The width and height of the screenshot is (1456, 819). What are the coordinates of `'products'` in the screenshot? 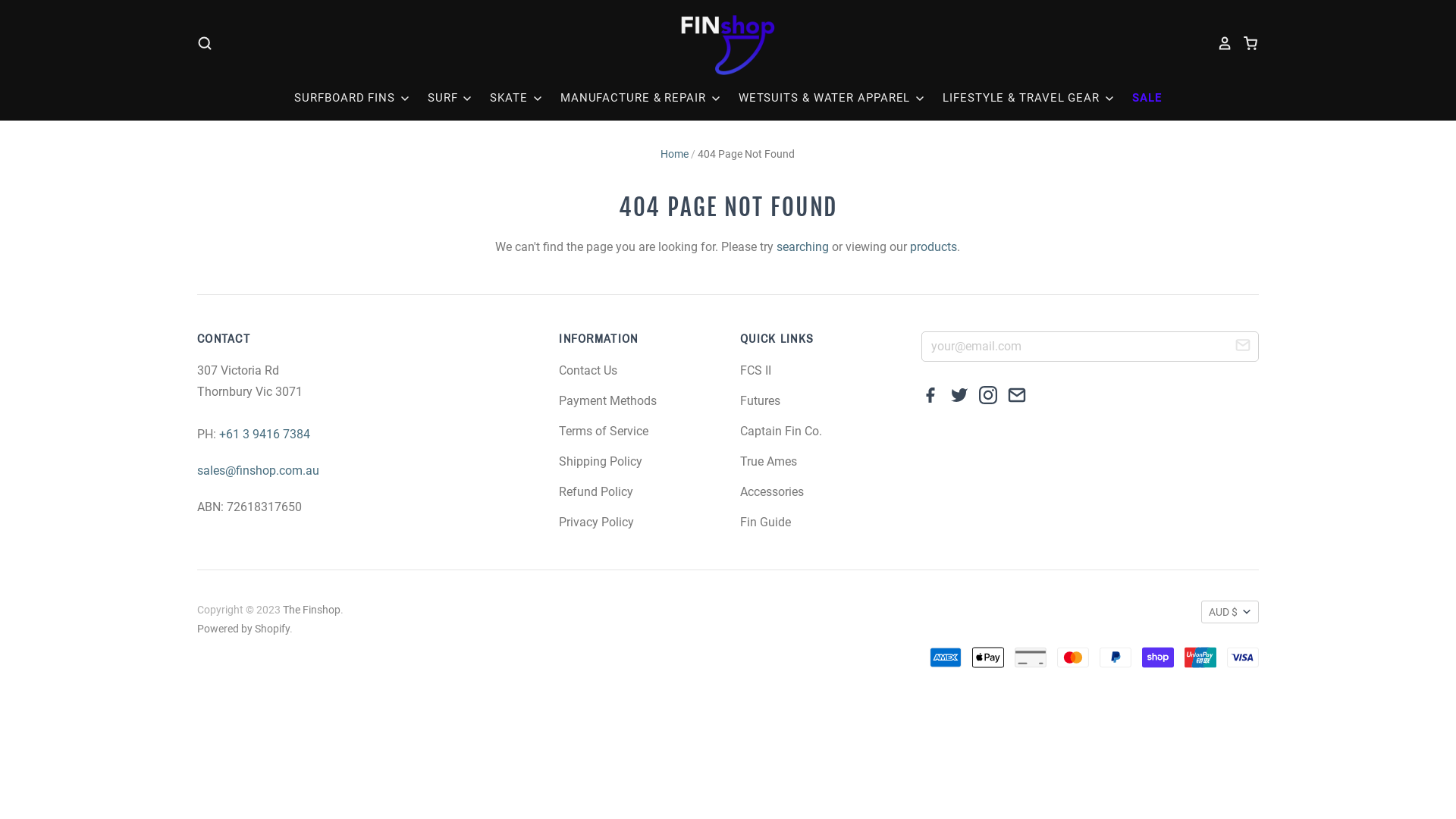 It's located at (932, 246).